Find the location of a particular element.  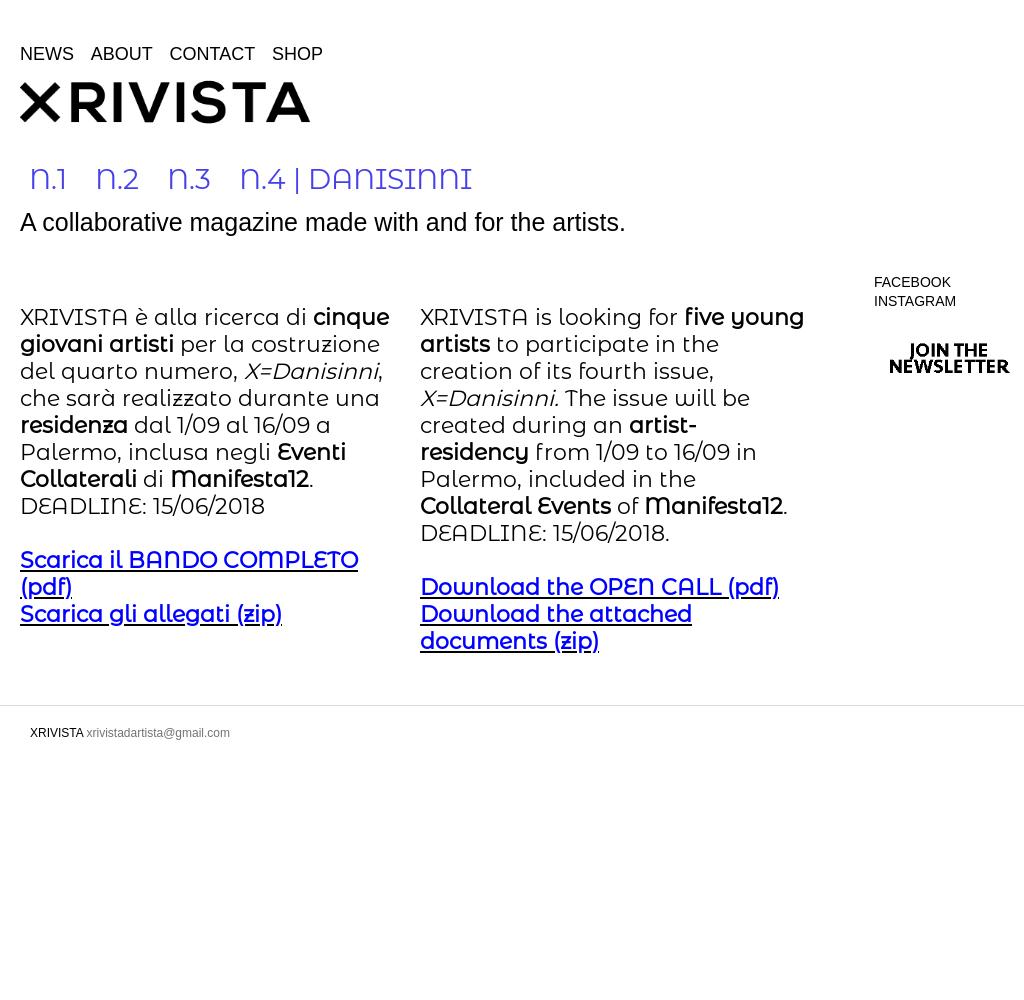

'A collaborative magazine made with and for the artists.' is located at coordinates (19, 221).